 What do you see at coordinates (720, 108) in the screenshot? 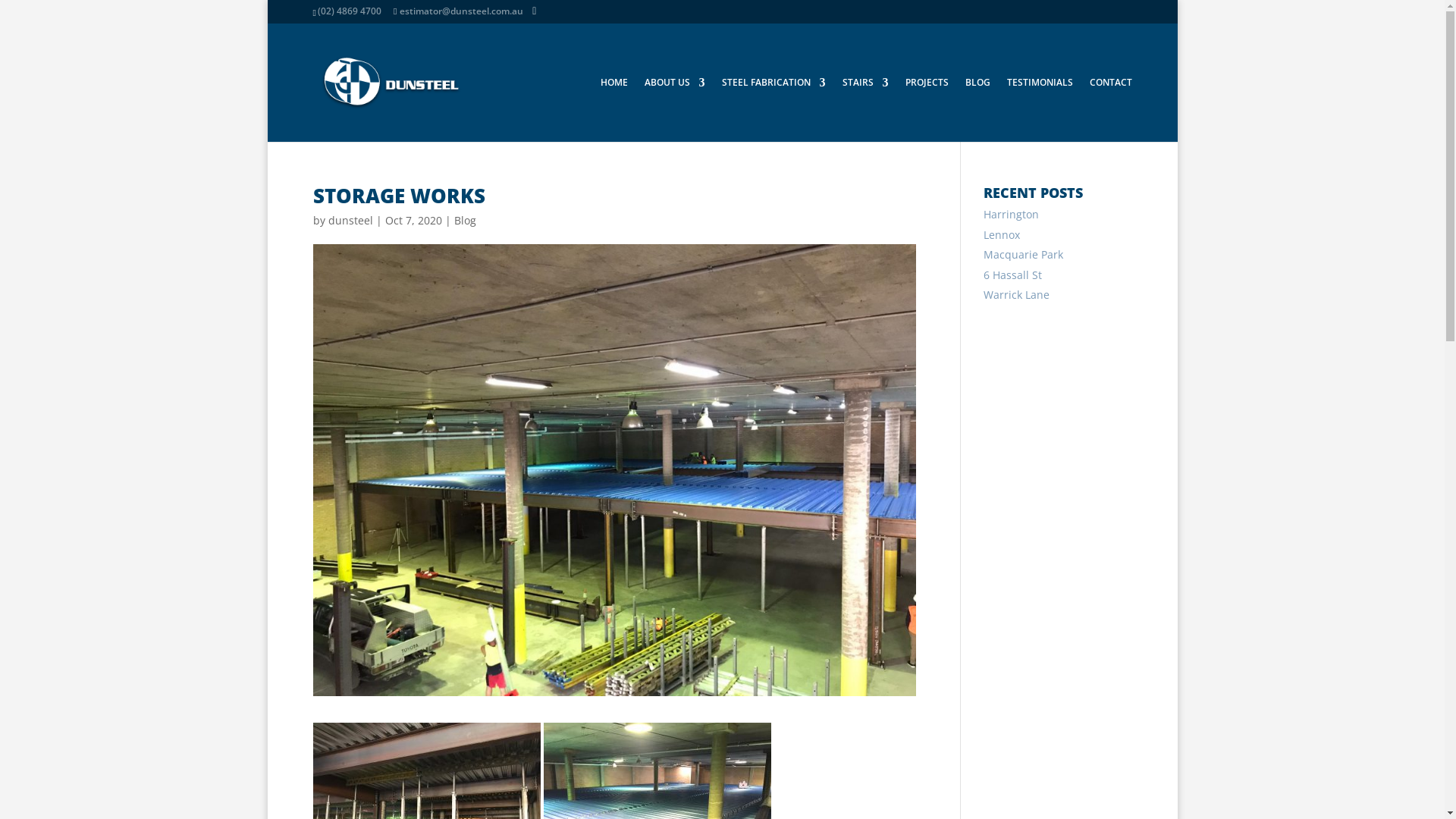
I see `'STEEL FABRICATION'` at bounding box center [720, 108].